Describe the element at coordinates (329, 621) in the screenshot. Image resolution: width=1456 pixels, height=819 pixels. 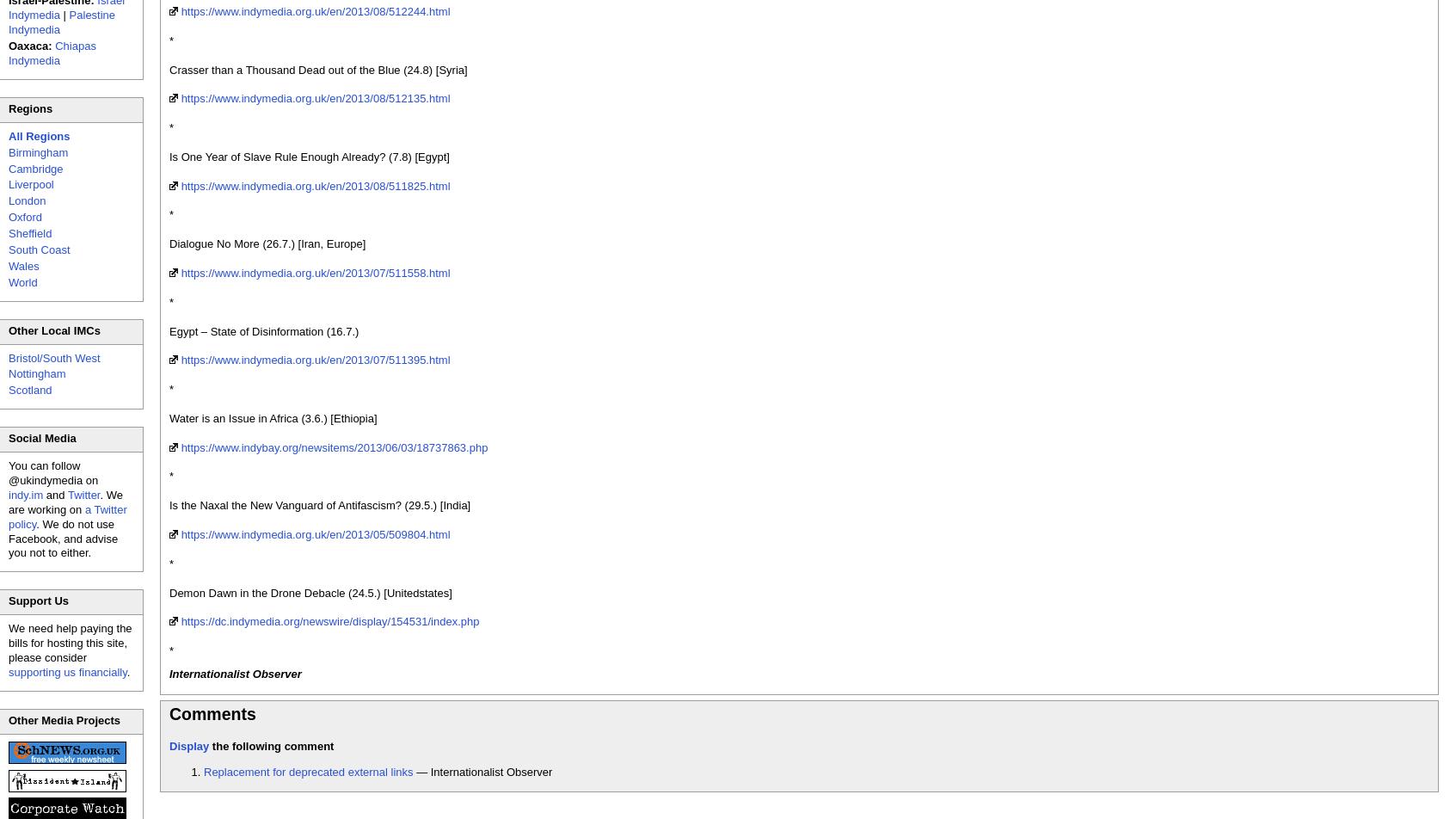
I see `'https://dc.indymedia.org/newswire/display/154531/index.php'` at that location.